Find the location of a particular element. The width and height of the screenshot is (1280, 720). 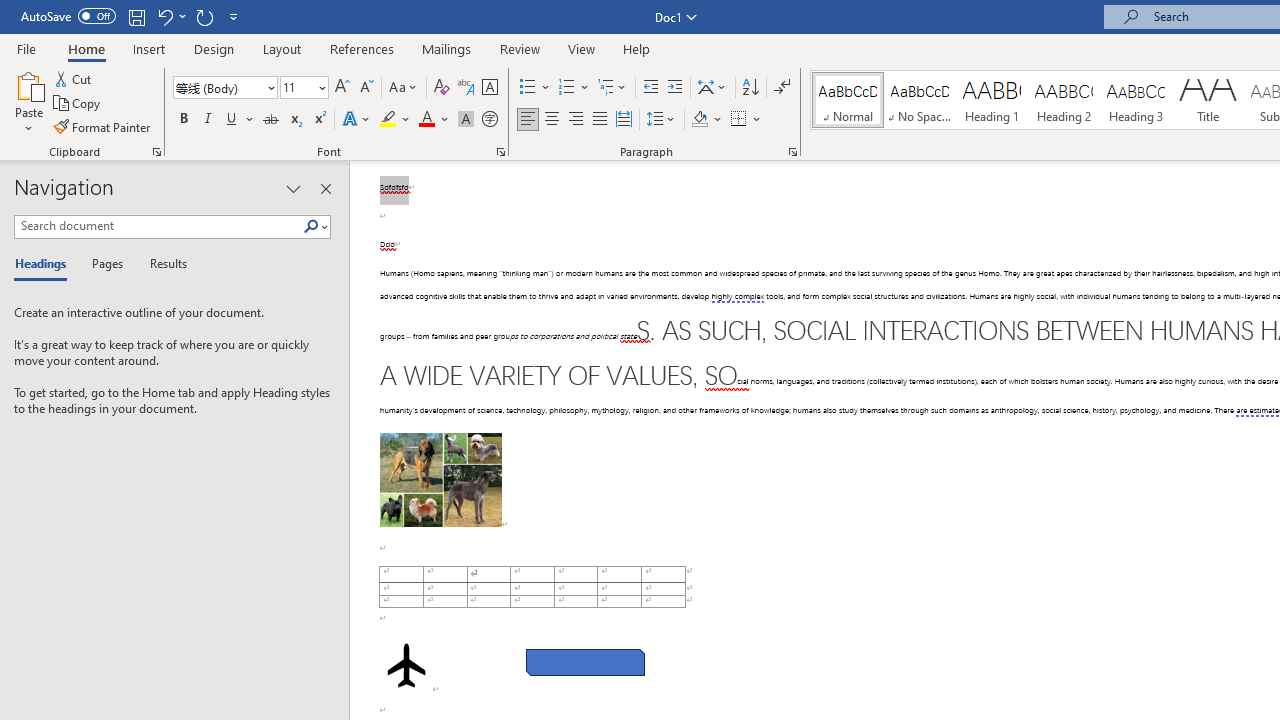

'Cut' is located at coordinates (74, 78).